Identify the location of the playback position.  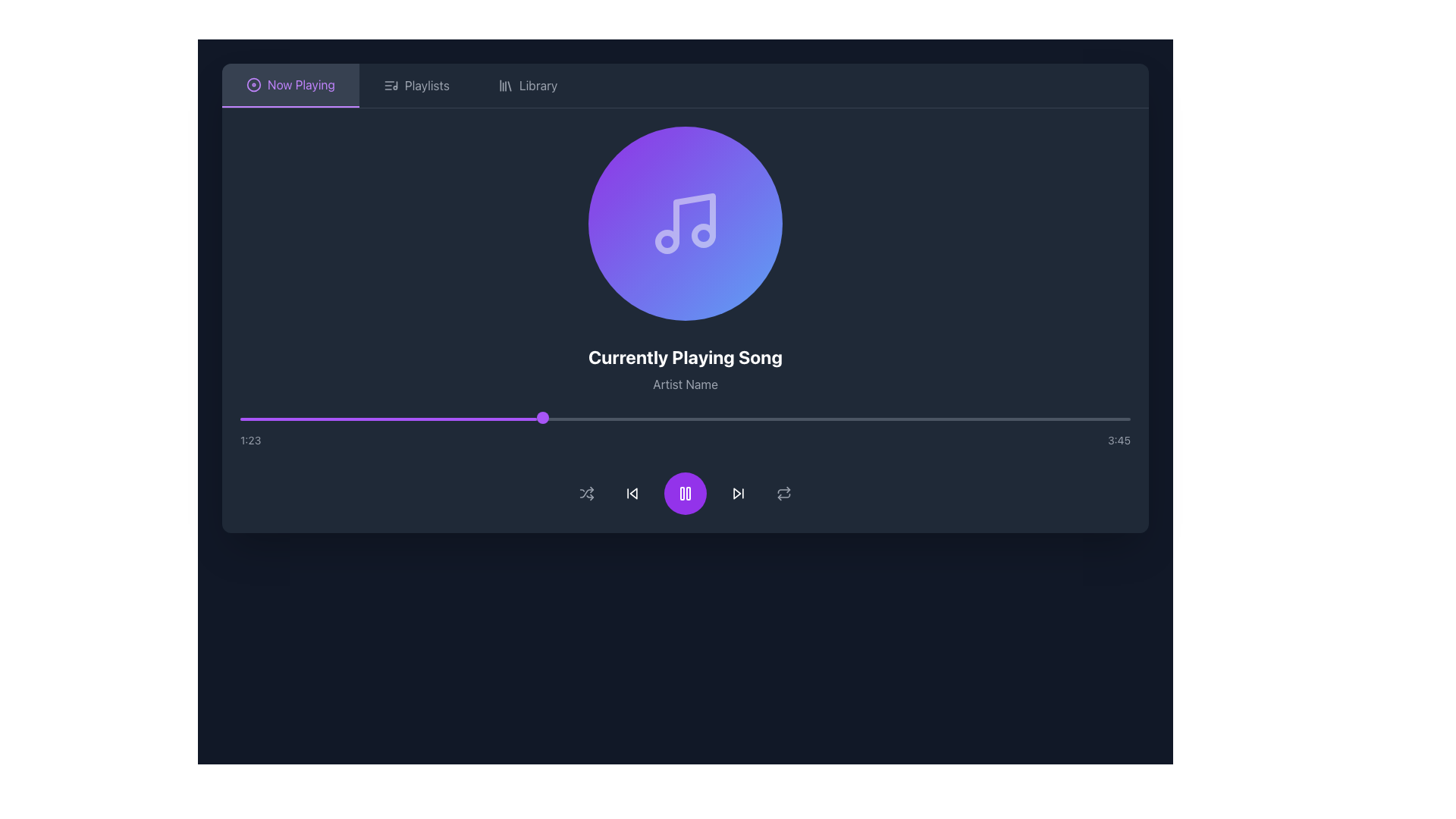
(836, 419).